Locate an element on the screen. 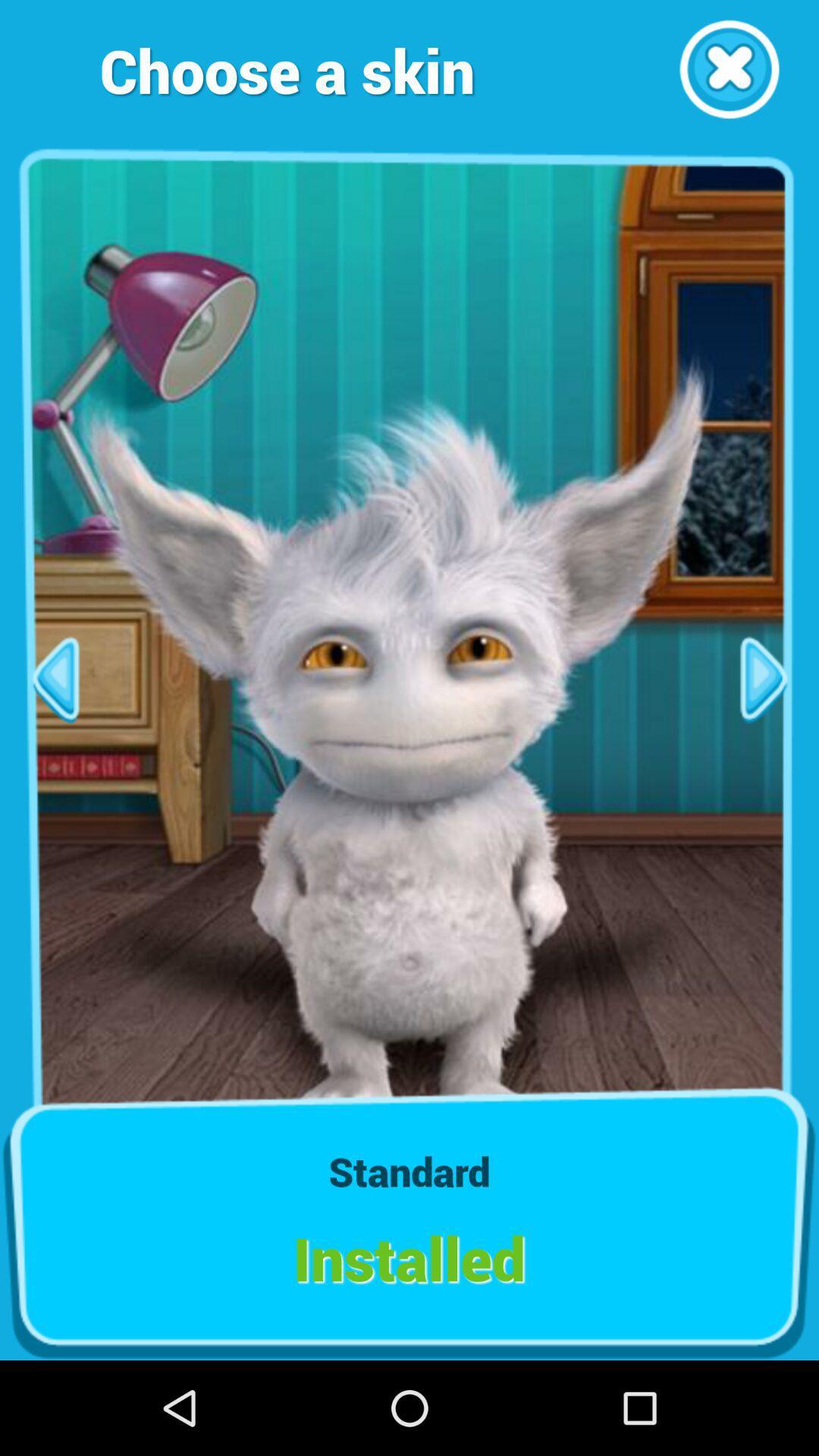 This screenshot has height=1456, width=819. next is located at coordinates (764, 679).